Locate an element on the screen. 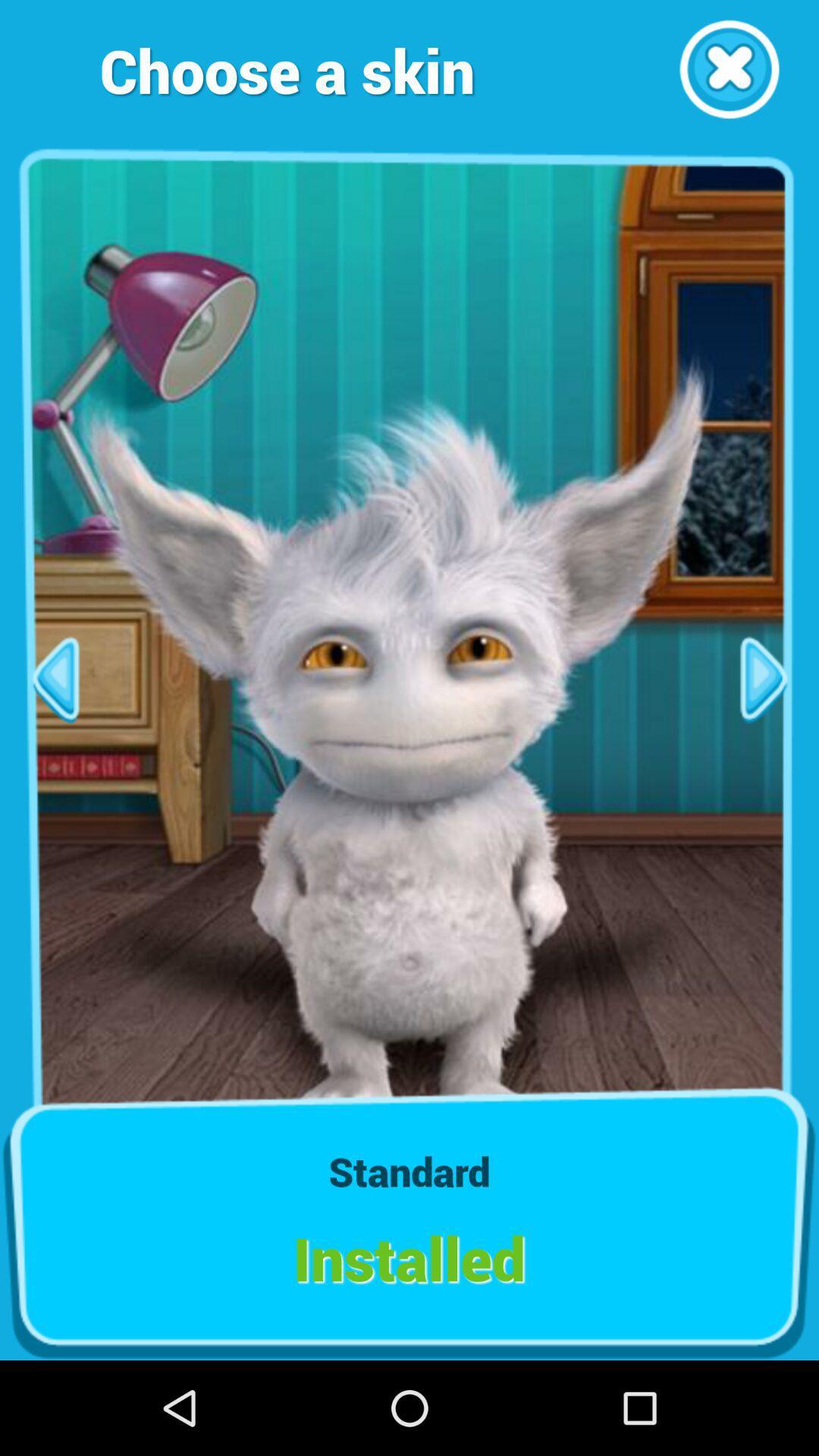 This screenshot has height=1456, width=819. next is located at coordinates (764, 679).